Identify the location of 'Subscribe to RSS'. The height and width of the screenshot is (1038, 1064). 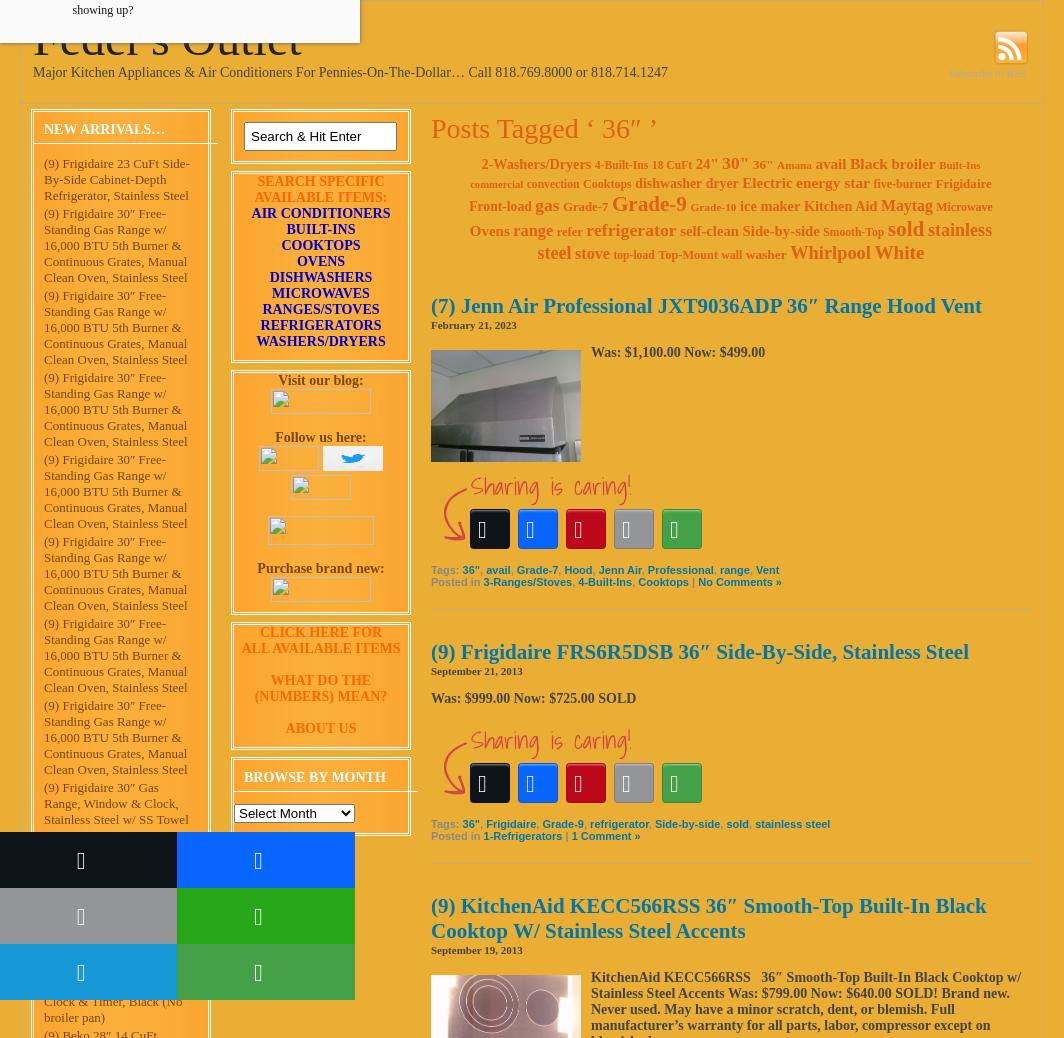
(948, 71).